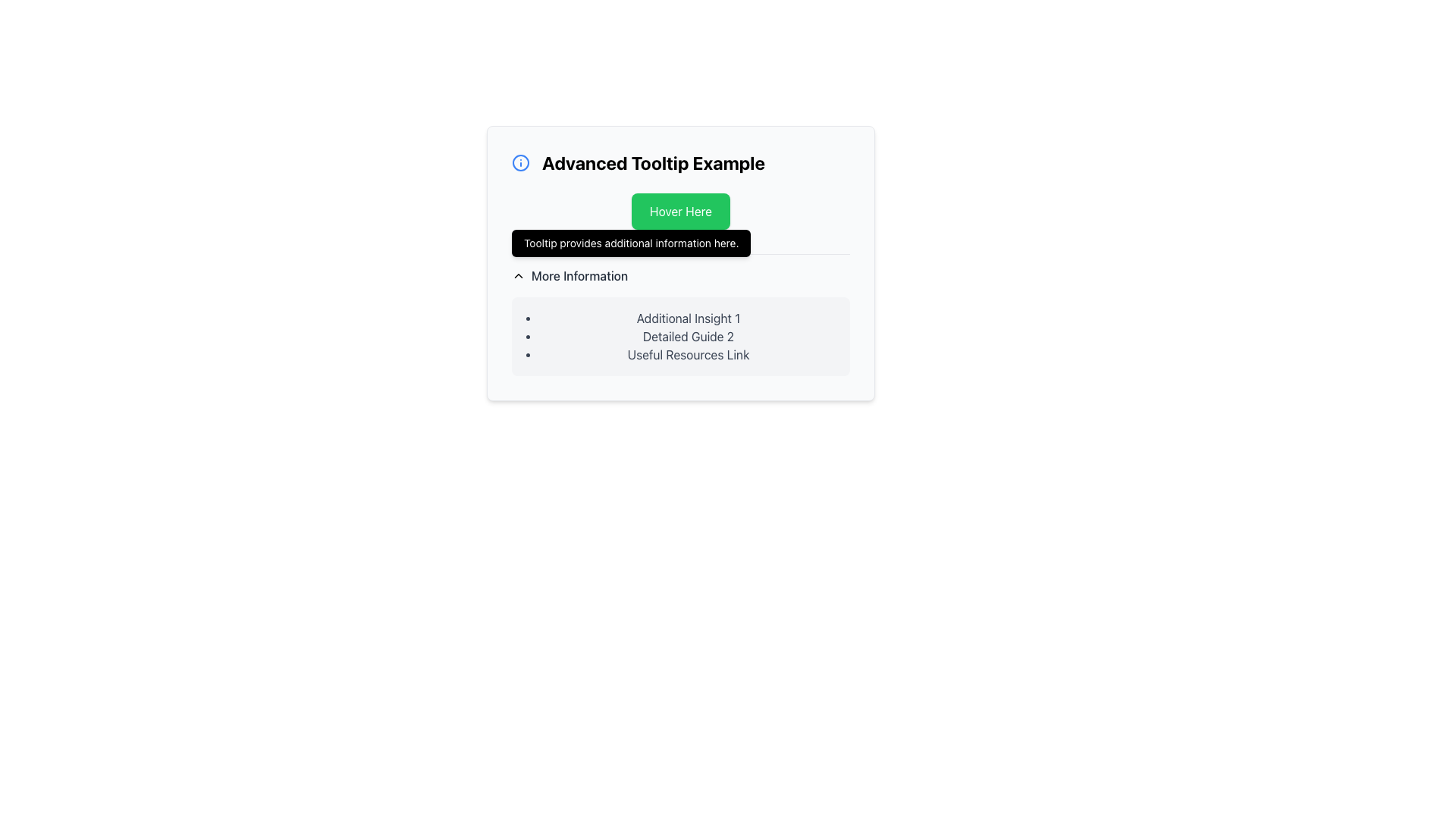 The width and height of the screenshot is (1456, 819). What do you see at coordinates (519, 275) in the screenshot?
I see `the small downward-pointing chevron icon next to the 'More Information' text` at bounding box center [519, 275].